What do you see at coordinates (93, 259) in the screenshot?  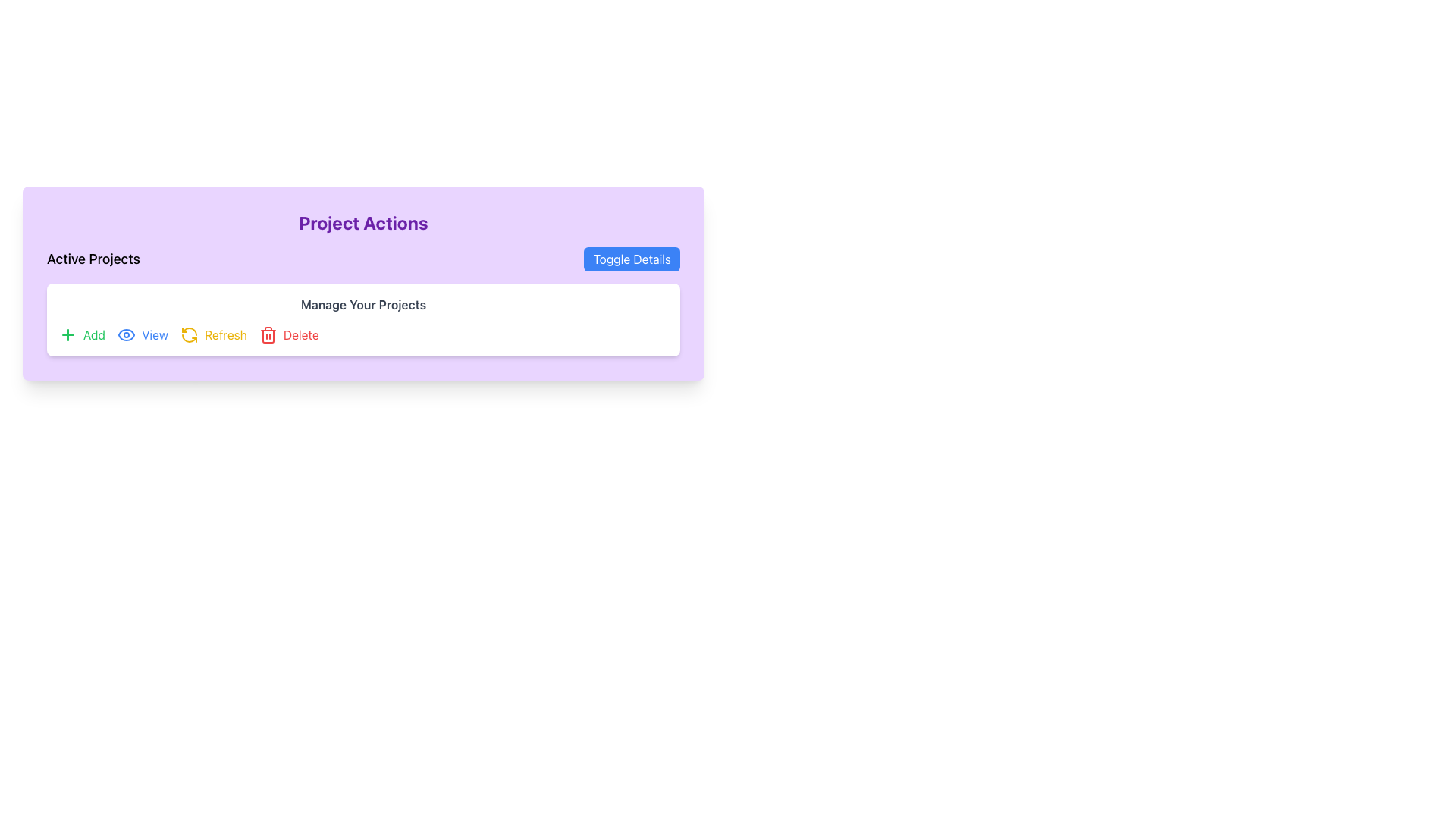 I see `the bold 'Active Projects' text label on a purple background` at bounding box center [93, 259].